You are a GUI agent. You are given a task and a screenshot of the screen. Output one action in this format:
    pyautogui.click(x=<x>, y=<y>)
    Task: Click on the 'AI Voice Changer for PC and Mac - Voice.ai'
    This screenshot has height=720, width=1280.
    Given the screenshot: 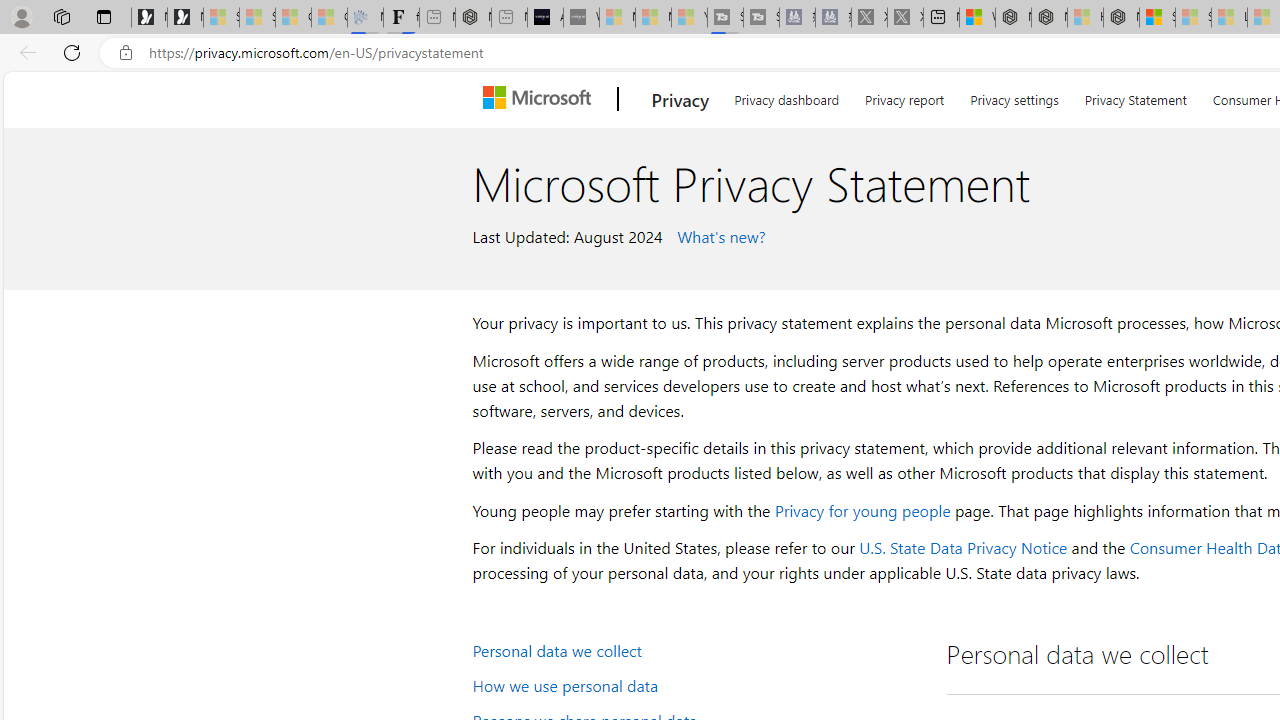 What is the action you would take?
    pyautogui.click(x=545, y=17)
    